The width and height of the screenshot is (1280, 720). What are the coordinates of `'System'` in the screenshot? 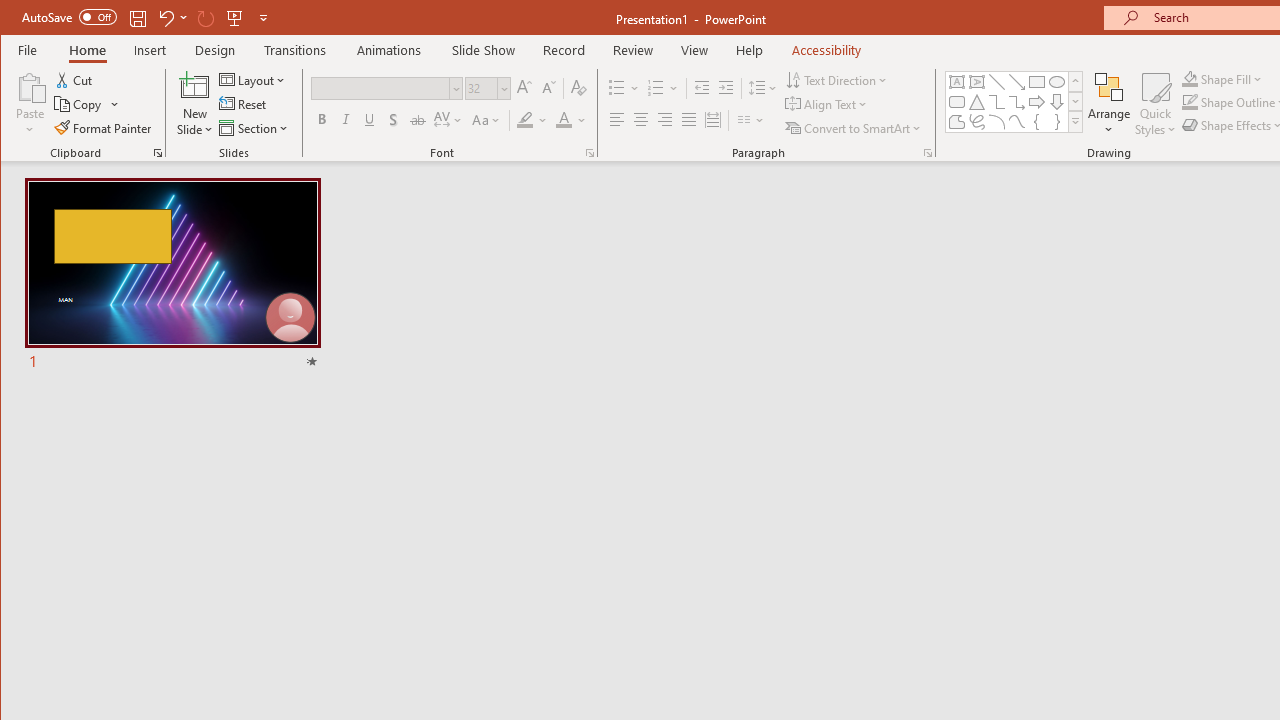 It's located at (18, 19).